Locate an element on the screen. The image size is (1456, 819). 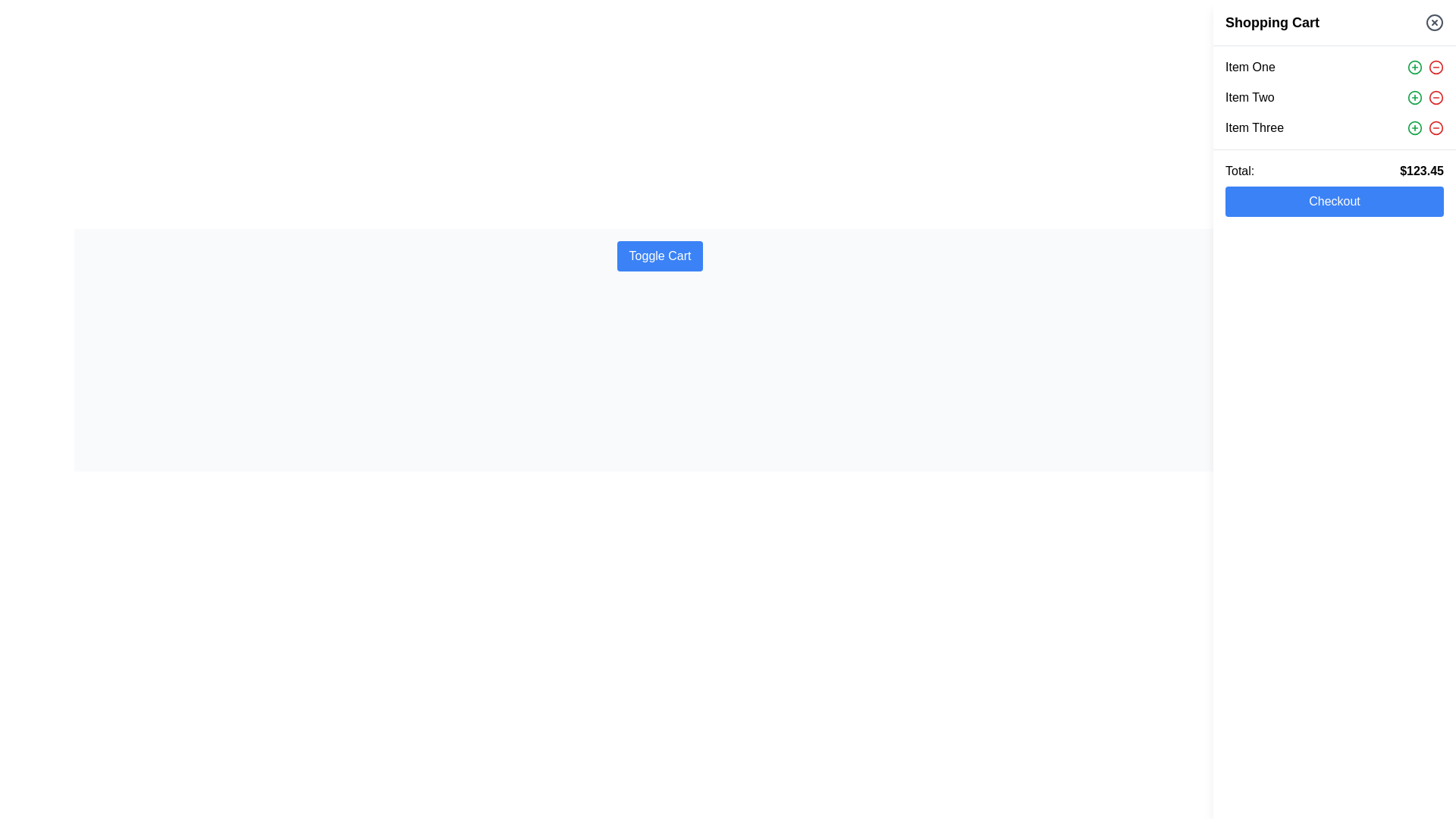
the central circle element of the cross-mark icon located at the top-right corner of the shopping cart interface is located at coordinates (1433, 23).